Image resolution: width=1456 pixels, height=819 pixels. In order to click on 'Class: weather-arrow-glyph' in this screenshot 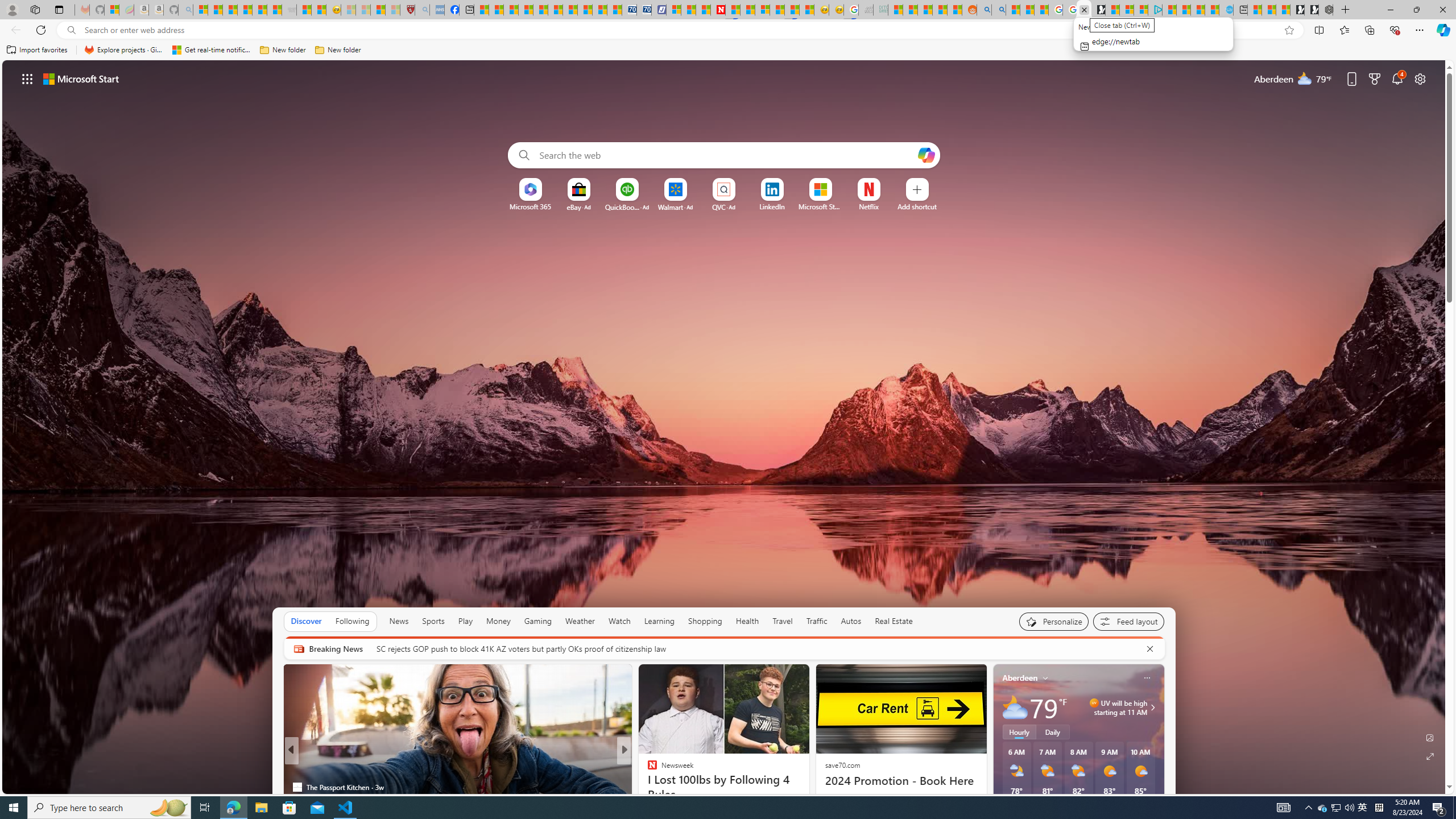, I will do `click(1152, 708)`.